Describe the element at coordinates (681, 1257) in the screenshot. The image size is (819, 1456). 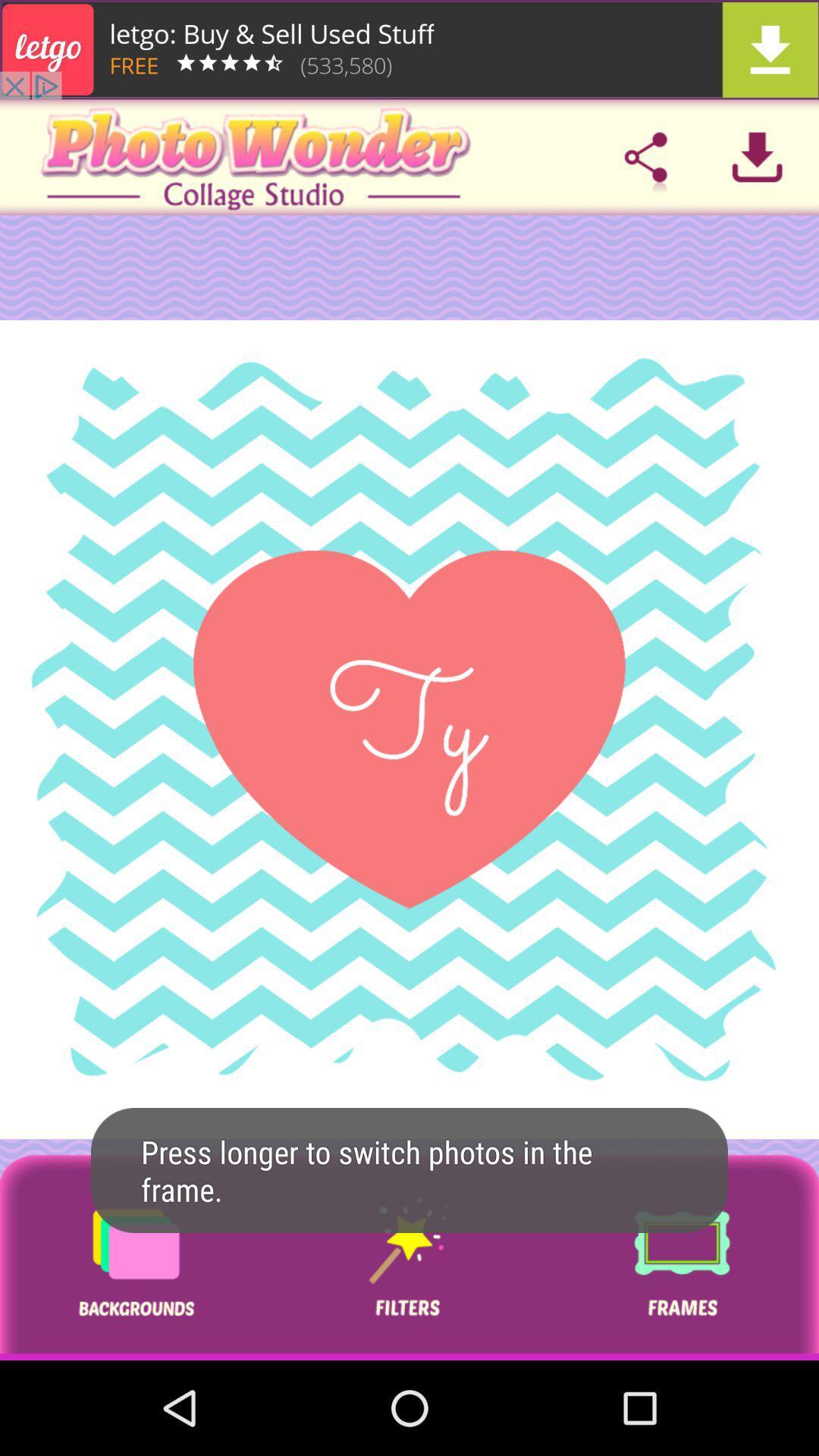
I see `a frame` at that location.